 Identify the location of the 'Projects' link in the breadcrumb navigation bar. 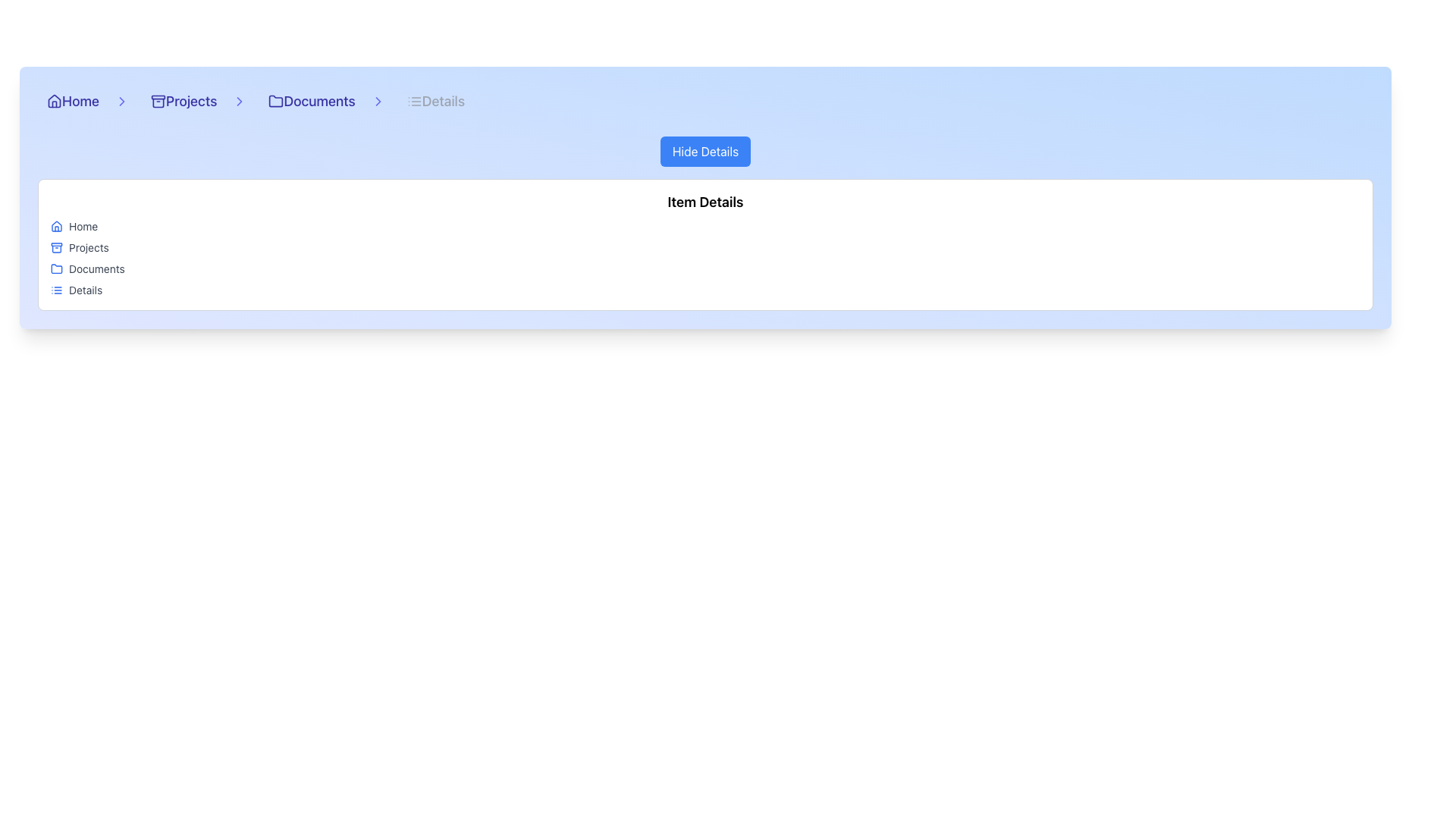
(183, 102).